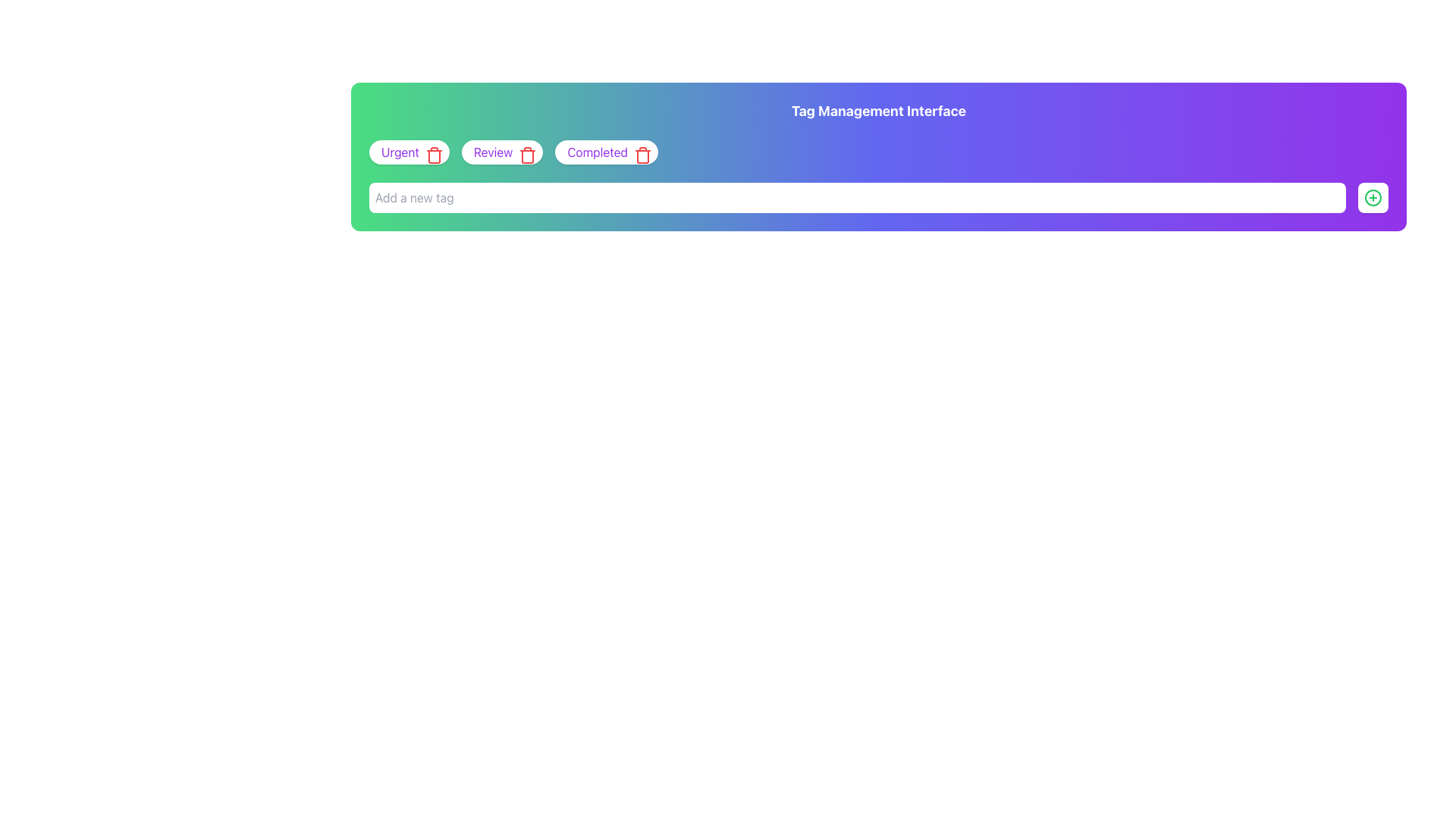  Describe the element at coordinates (525, 152) in the screenshot. I see `the small red trash can icon button located to the right of the 'Review' tag` at that location.